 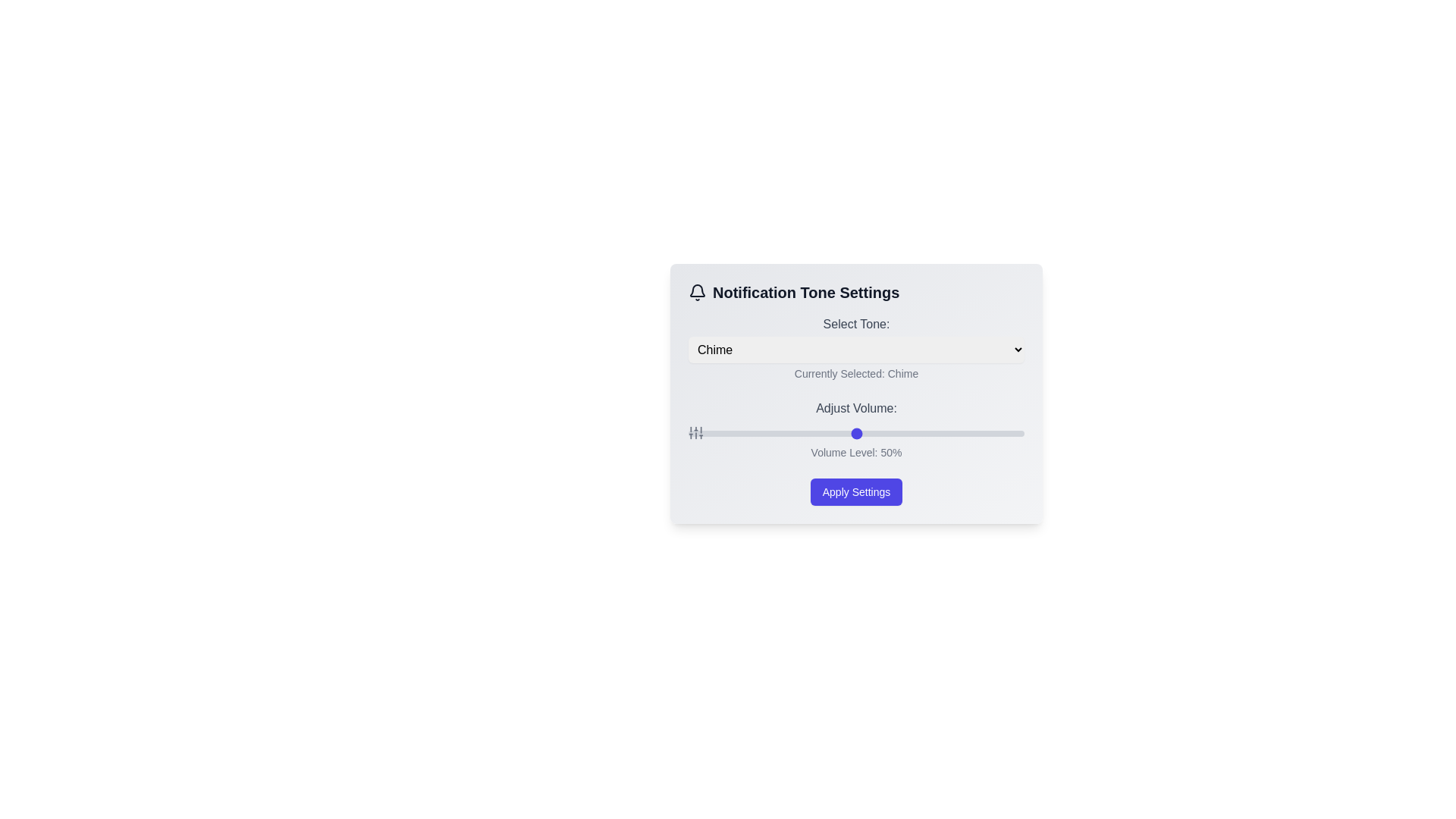 What do you see at coordinates (856, 491) in the screenshot?
I see `the confirmation button for applying the notification tone and volume settings` at bounding box center [856, 491].